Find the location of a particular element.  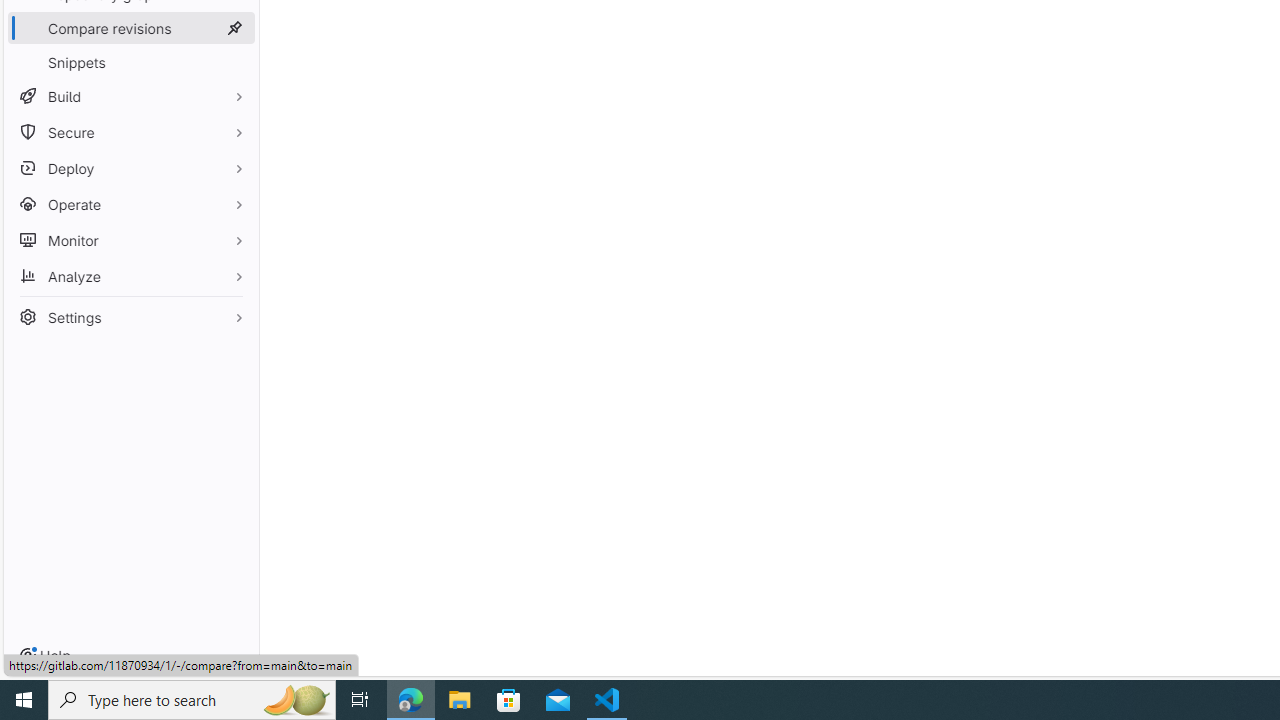

'Secure' is located at coordinates (130, 132).